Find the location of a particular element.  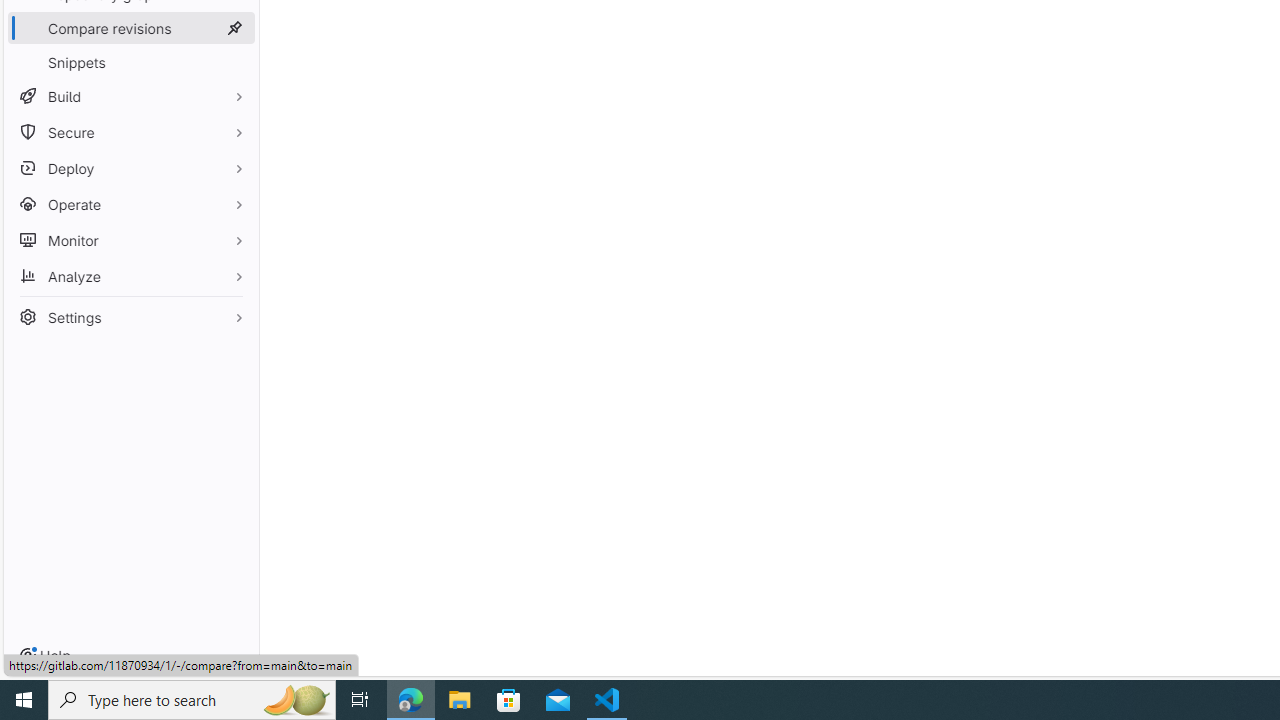

'Secure' is located at coordinates (130, 132).